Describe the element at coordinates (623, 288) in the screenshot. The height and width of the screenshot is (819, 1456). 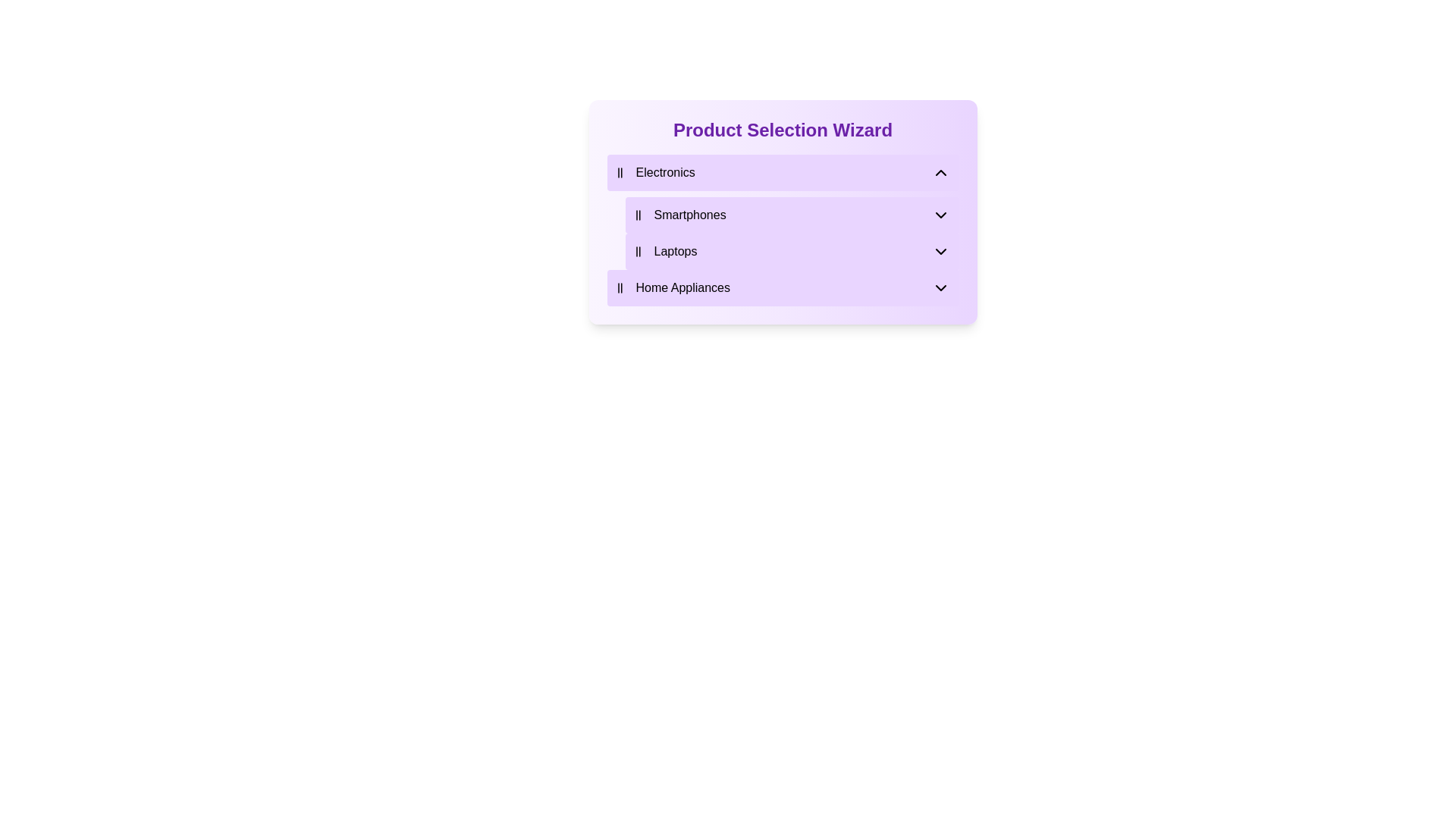
I see `the icon depicting two vertical tally marks` at that location.